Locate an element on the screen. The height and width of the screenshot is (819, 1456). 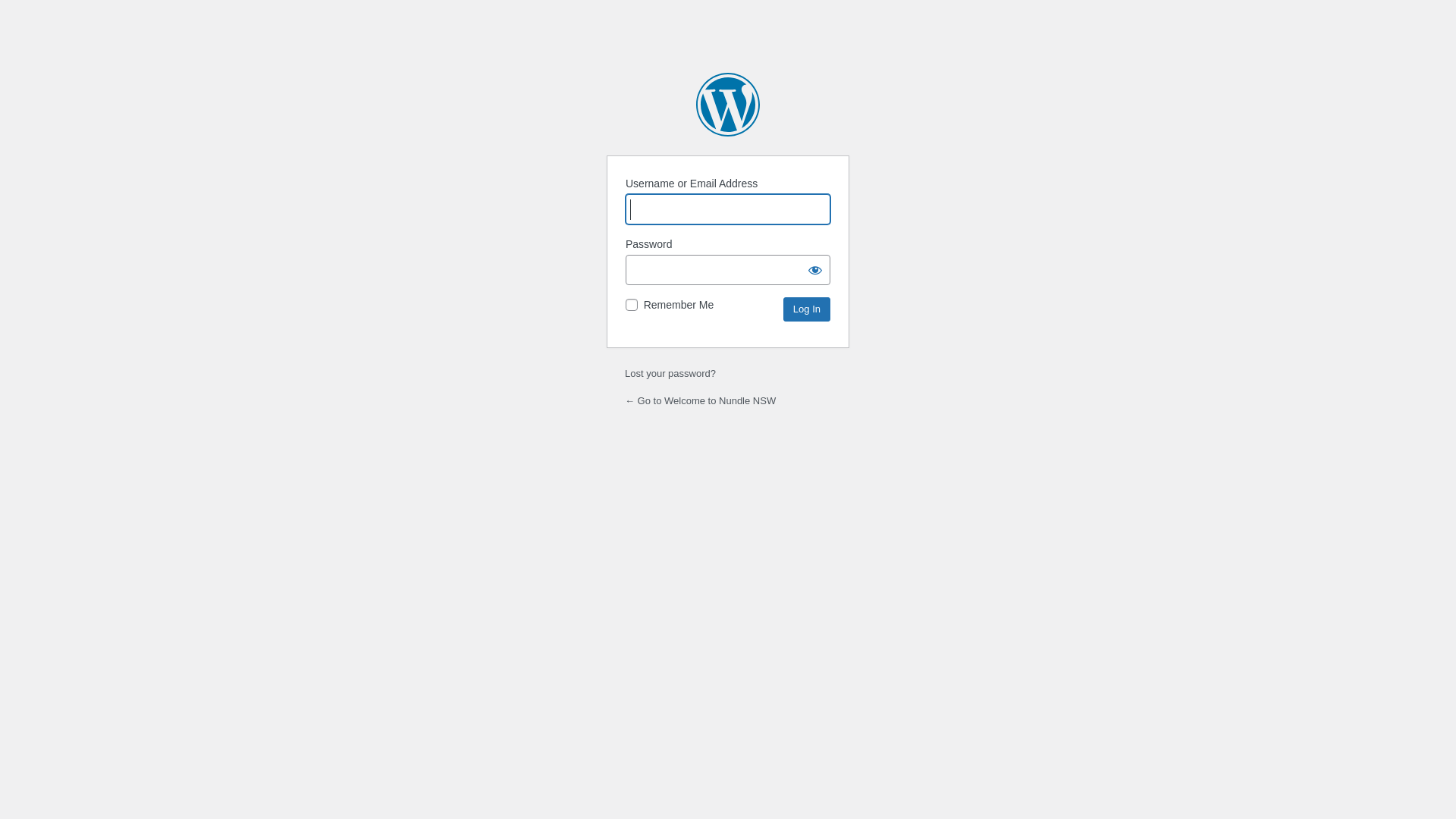
'Lost your password?' is located at coordinates (669, 373).